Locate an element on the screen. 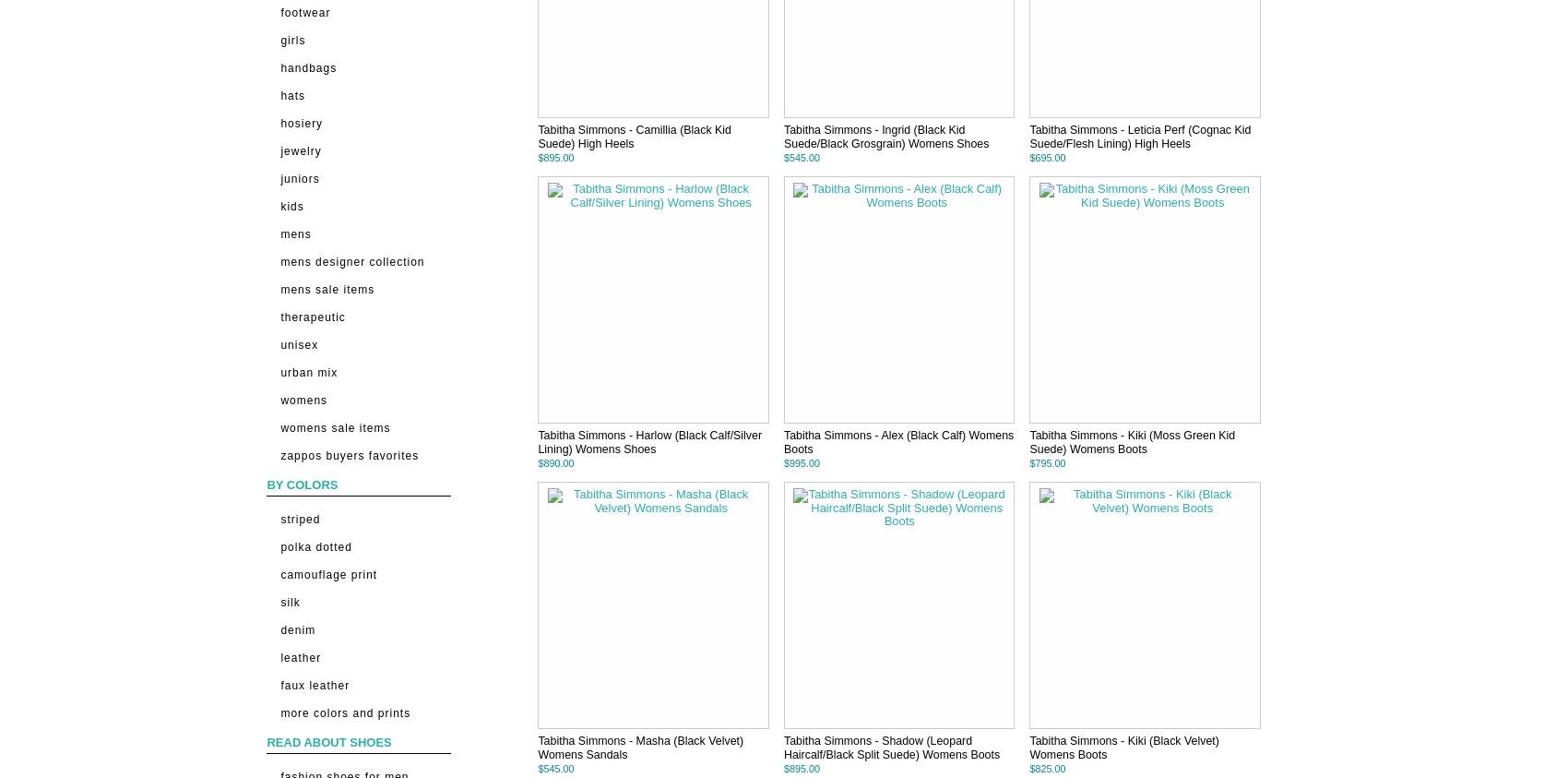 The height and width of the screenshot is (778, 1568). 'Faux Leather' is located at coordinates (314, 685).